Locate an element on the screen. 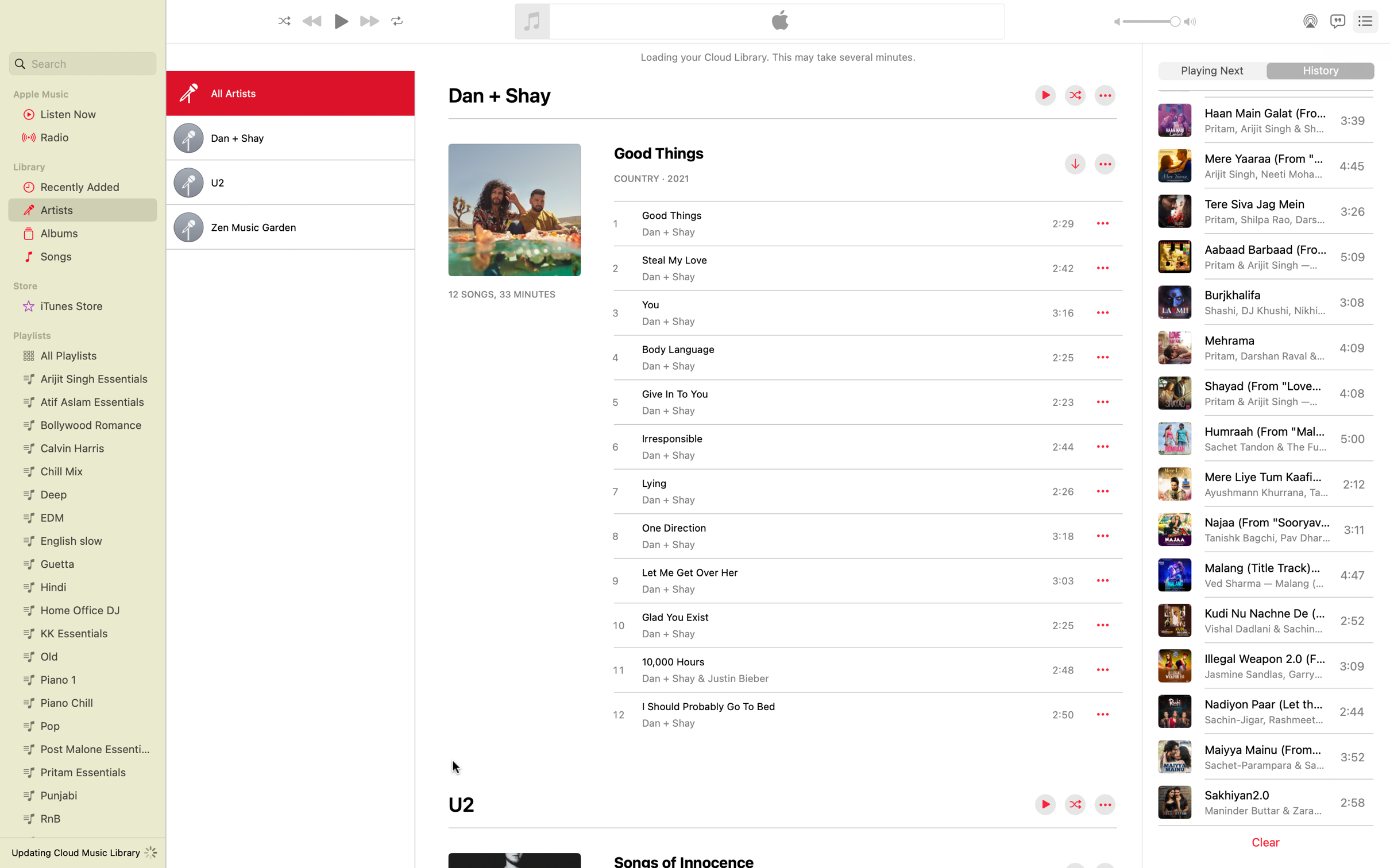 The width and height of the screenshot is (1390, 868). the extended menu for "Good Things" song is located at coordinates (1102, 222).